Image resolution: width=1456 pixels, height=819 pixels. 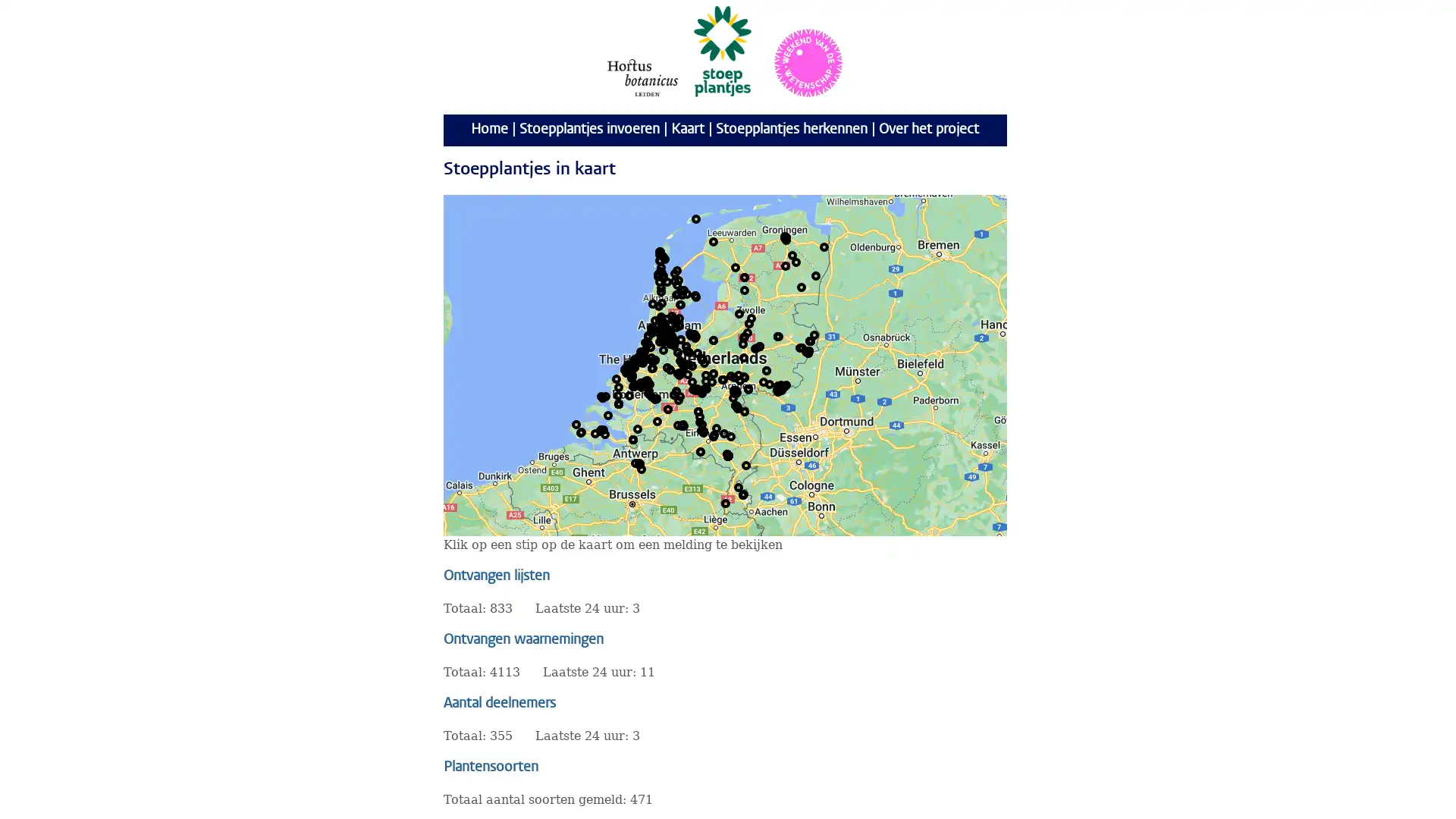 What do you see at coordinates (664, 335) in the screenshot?
I see `Telling van op 22 januari 2022` at bounding box center [664, 335].